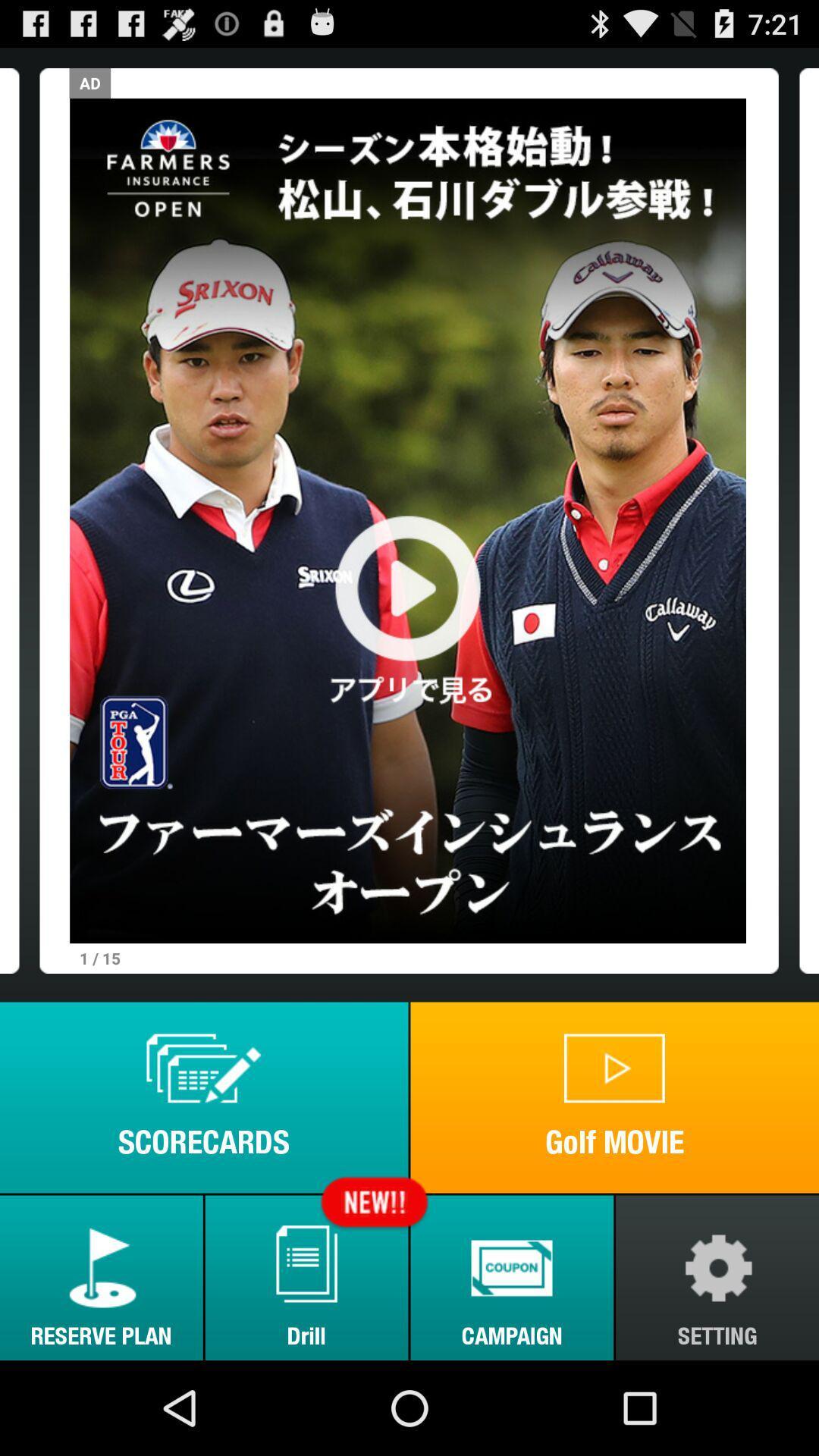 This screenshot has width=819, height=1456. What do you see at coordinates (306, 1277) in the screenshot?
I see `the item to the left of the campaign icon` at bounding box center [306, 1277].